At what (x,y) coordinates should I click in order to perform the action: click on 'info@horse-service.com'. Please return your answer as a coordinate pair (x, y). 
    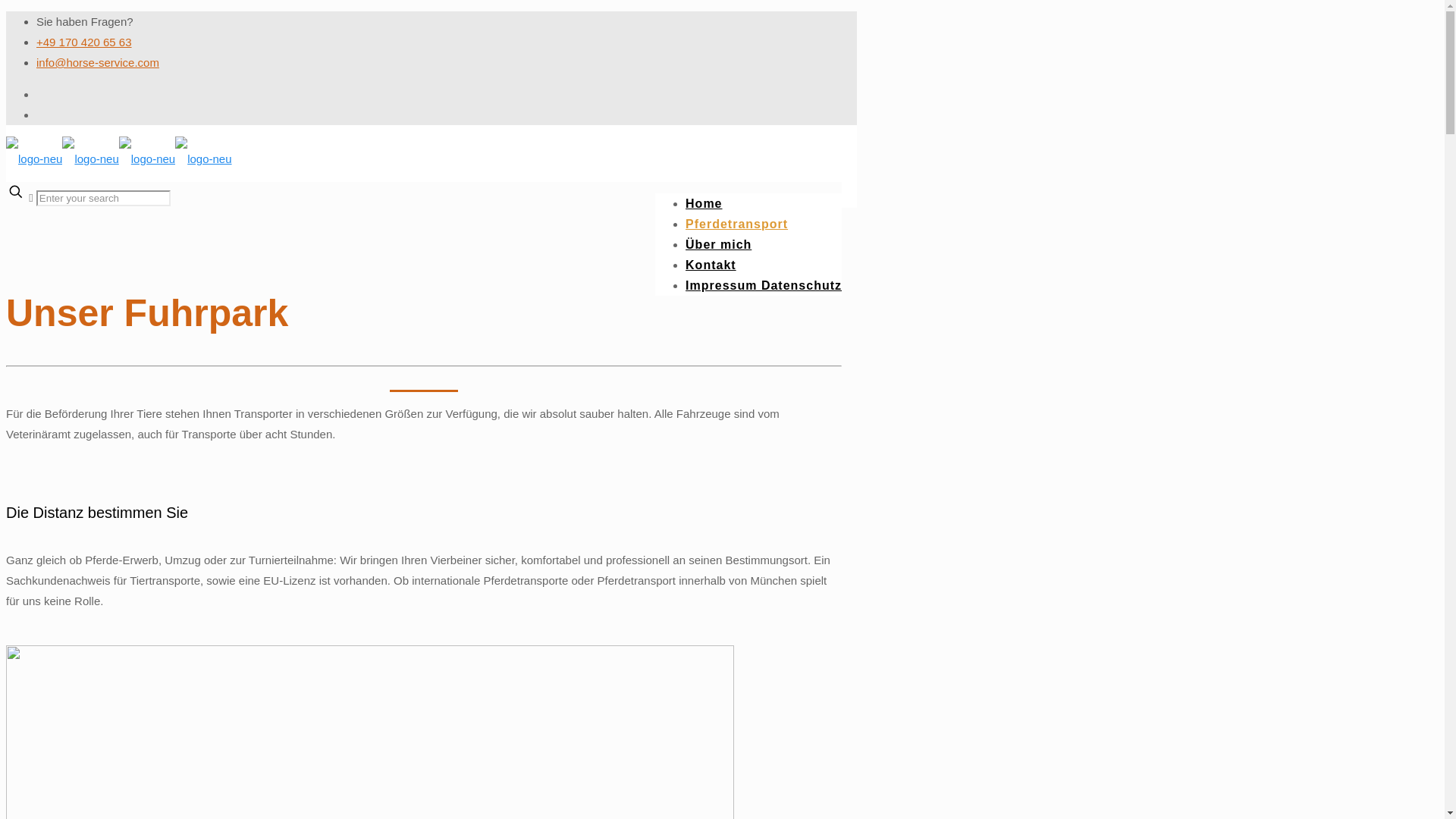
    Looking at the image, I should click on (36, 61).